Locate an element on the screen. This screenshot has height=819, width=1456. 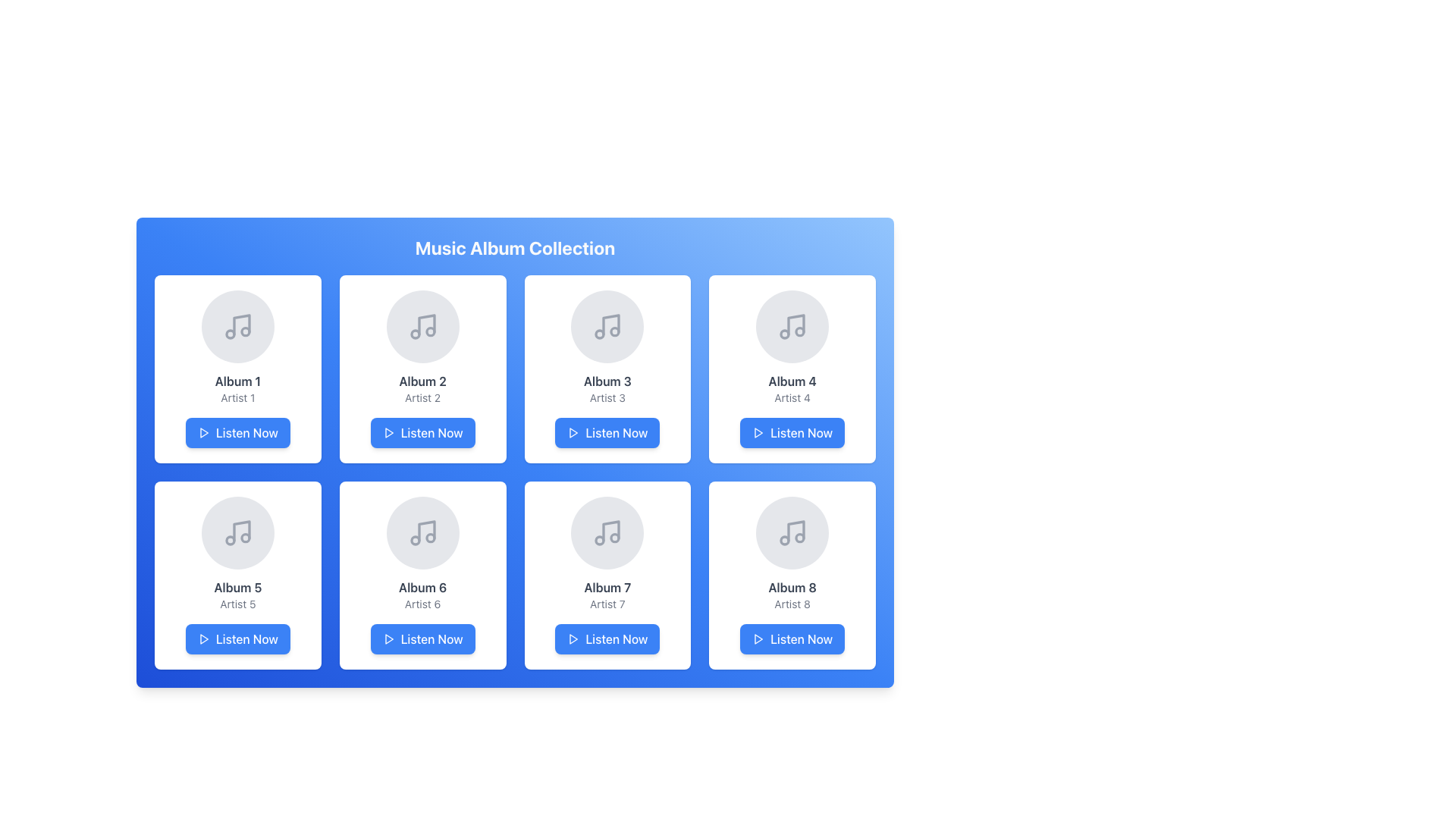
the decorative SVG Circle element of the music note icon located in the sixth grid cell in the bottom-left quadrant is located at coordinates (415, 540).